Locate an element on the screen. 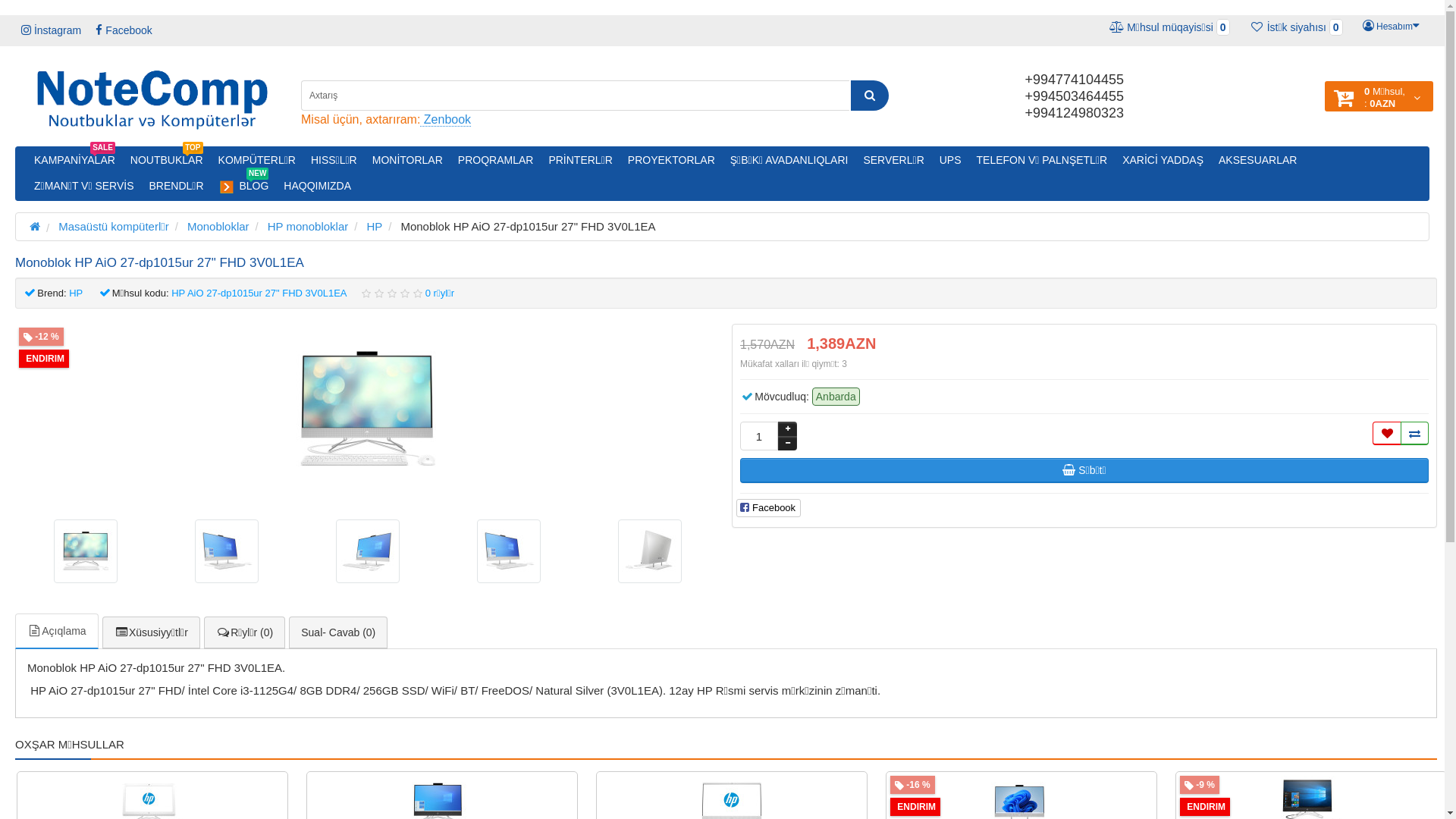 The height and width of the screenshot is (819, 1456). 'TOP is located at coordinates (167, 160).